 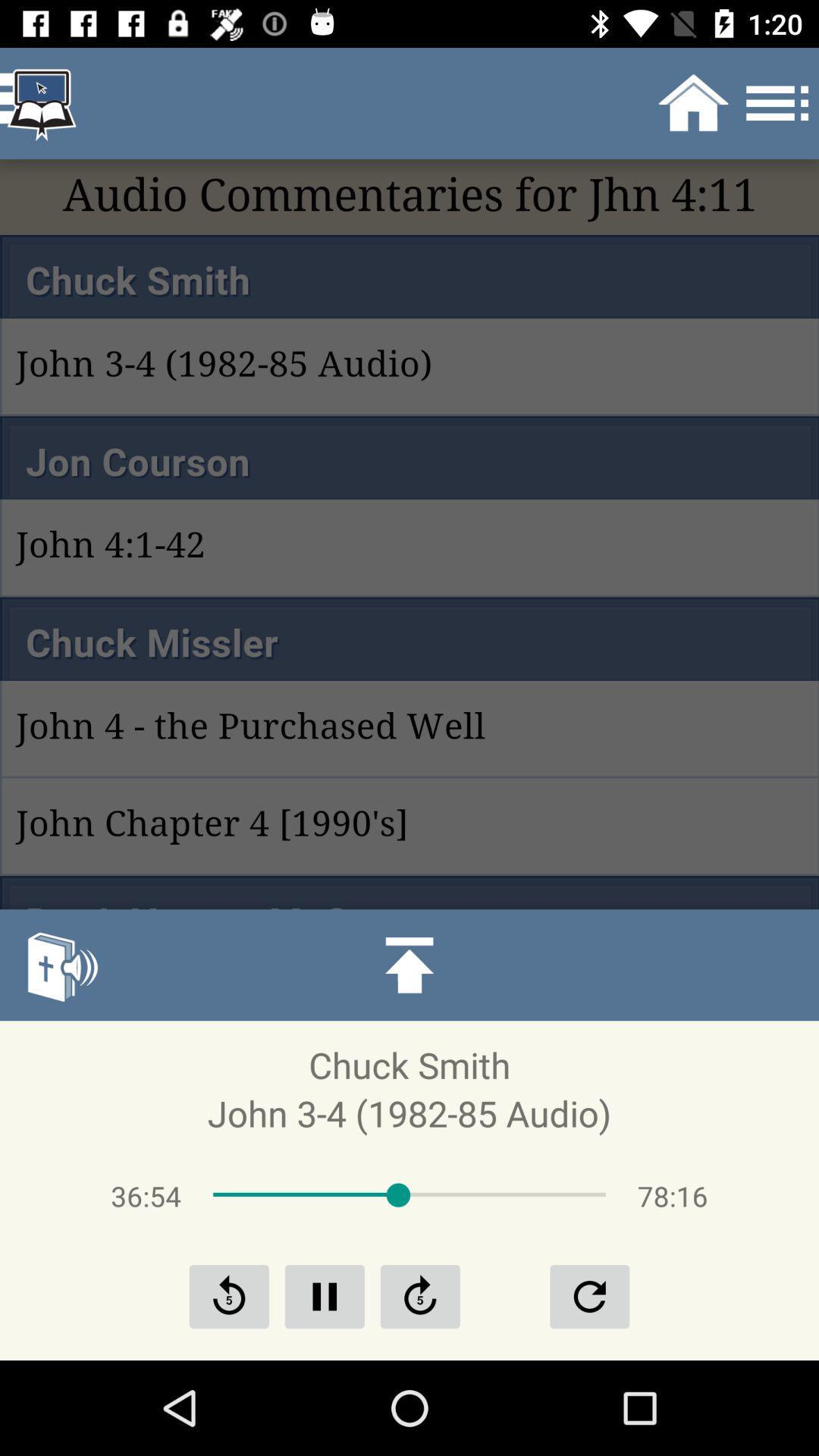 What do you see at coordinates (420, 1295) in the screenshot?
I see `the av_forward icon` at bounding box center [420, 1295].